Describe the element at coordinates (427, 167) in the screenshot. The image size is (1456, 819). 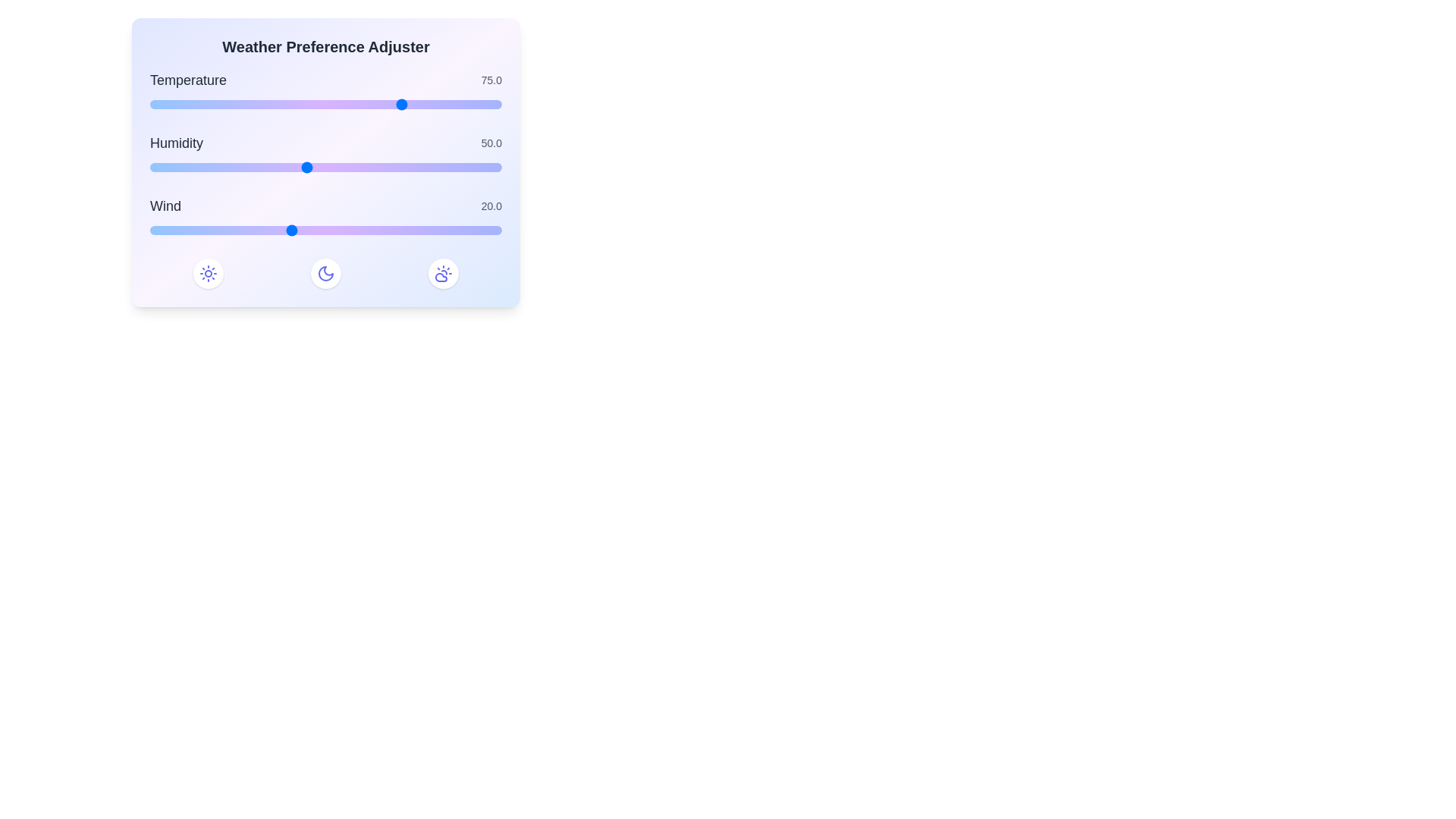
I see `the humidity value` at that location.